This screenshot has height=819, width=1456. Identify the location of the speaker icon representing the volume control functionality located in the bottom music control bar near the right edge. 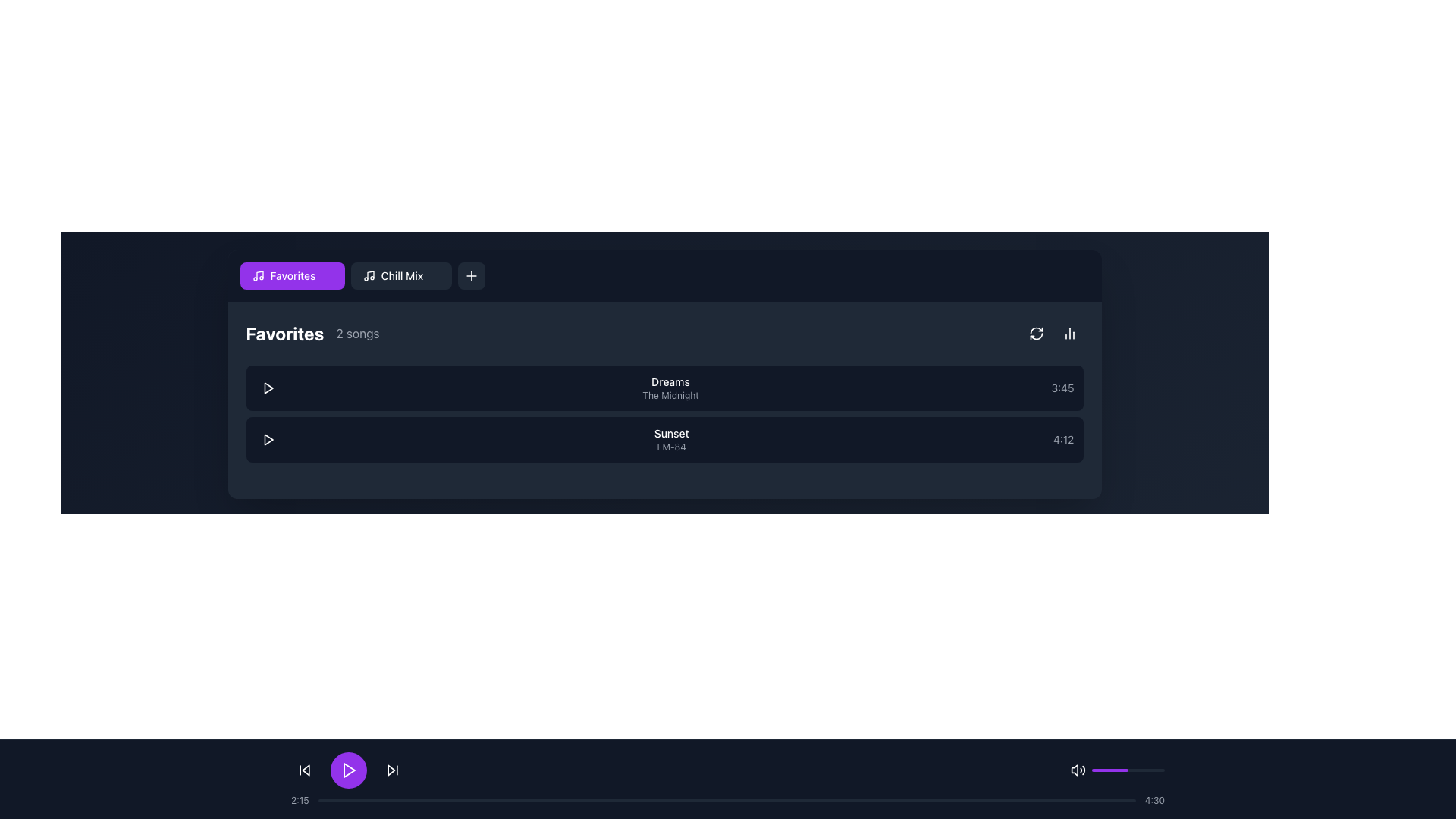
(1074, 770).